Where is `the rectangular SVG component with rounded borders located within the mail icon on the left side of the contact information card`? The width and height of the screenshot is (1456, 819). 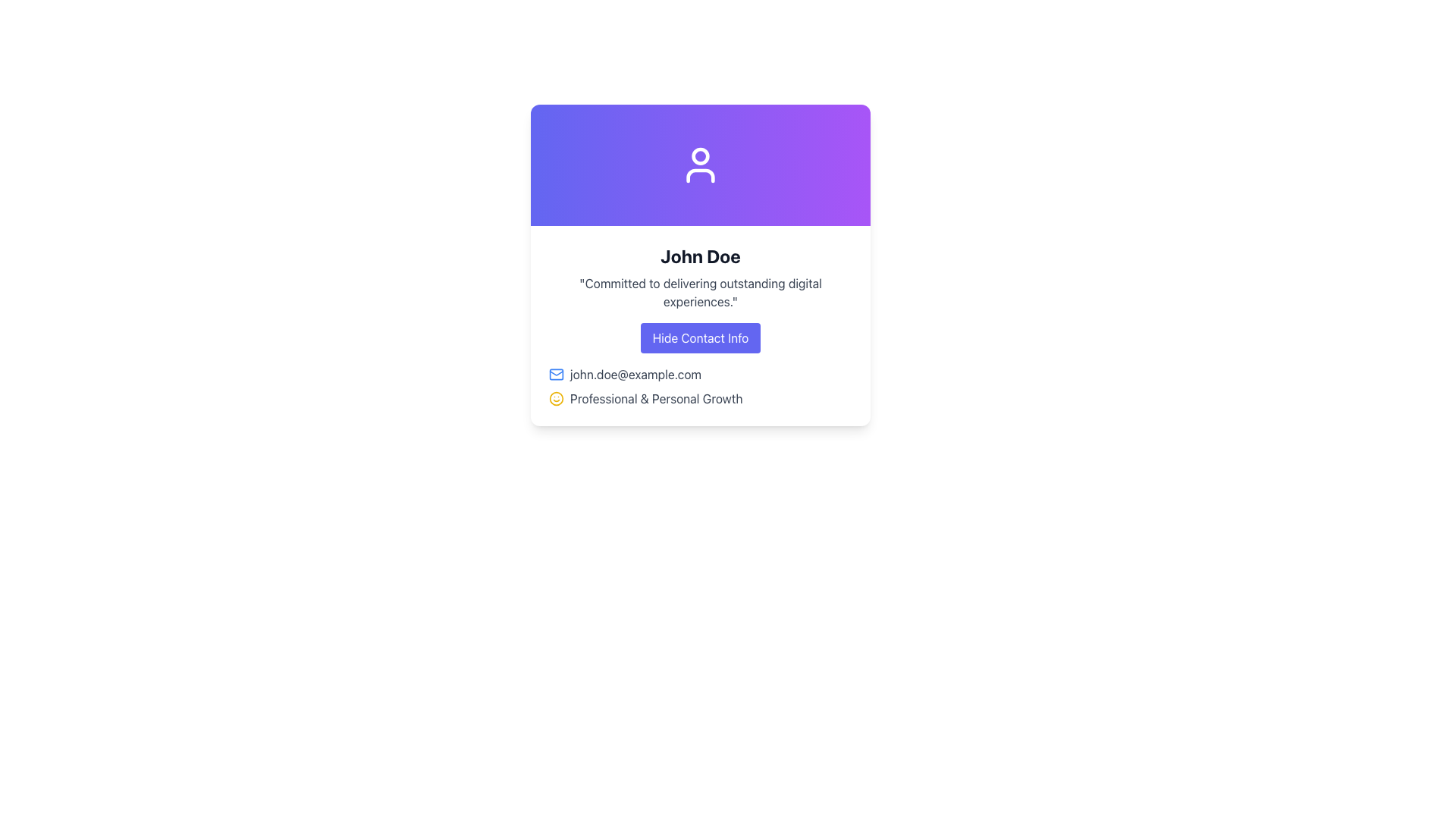
the rectangular SVG component with rounded borders located within the mail icon on the left side of the contact information card is located at coordinates (556, 374).